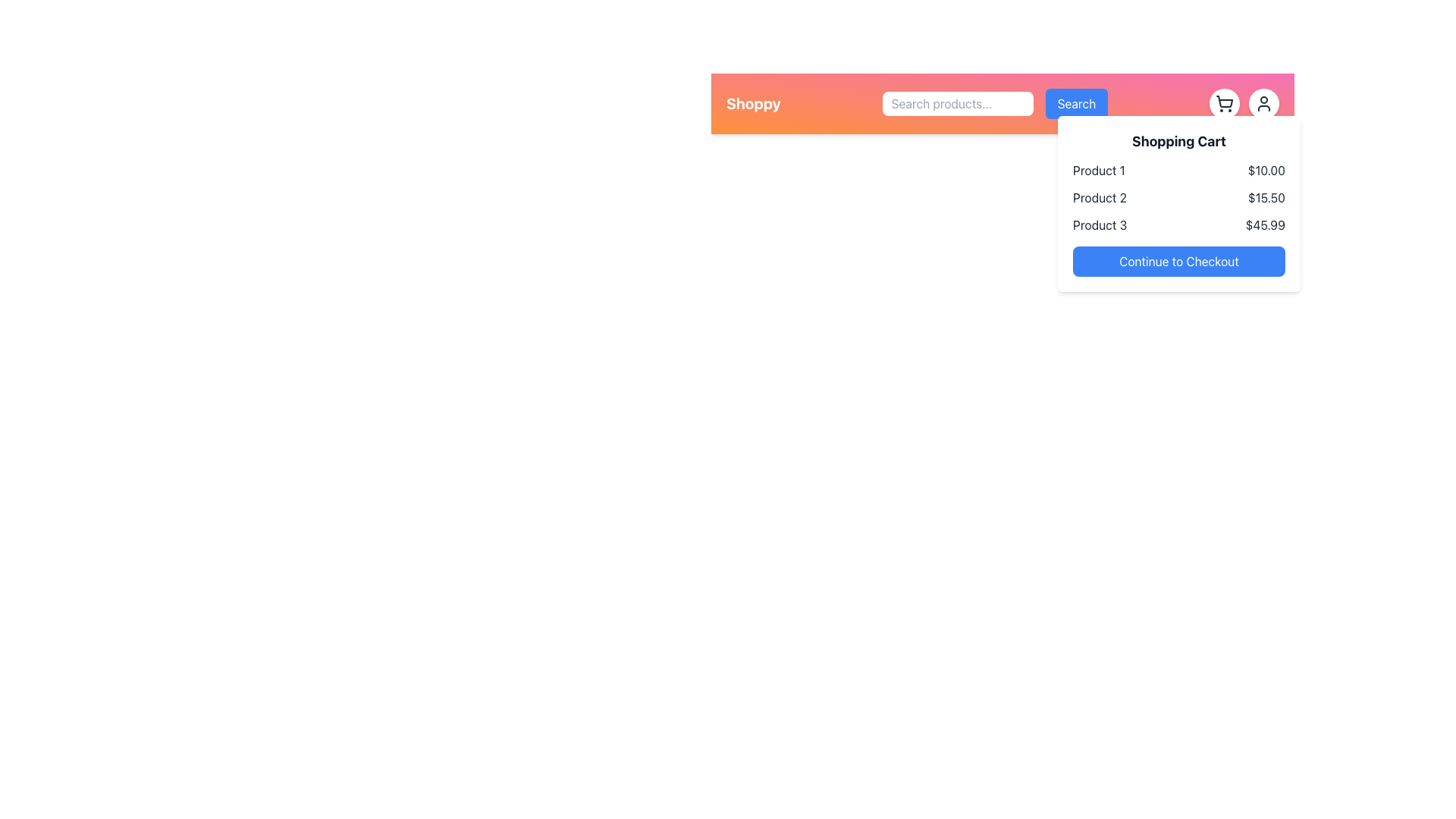 Image resolution: width=1456 pixels, height=819 pixels. What do you see at coordinates (1178, 225) in the screenshot?
I see `the price '$45.99' in the third row of the shopping cart display panel, which includes the product name 'Product 3' on the left and is styled in gray color` at bounding box center [1178, 225].